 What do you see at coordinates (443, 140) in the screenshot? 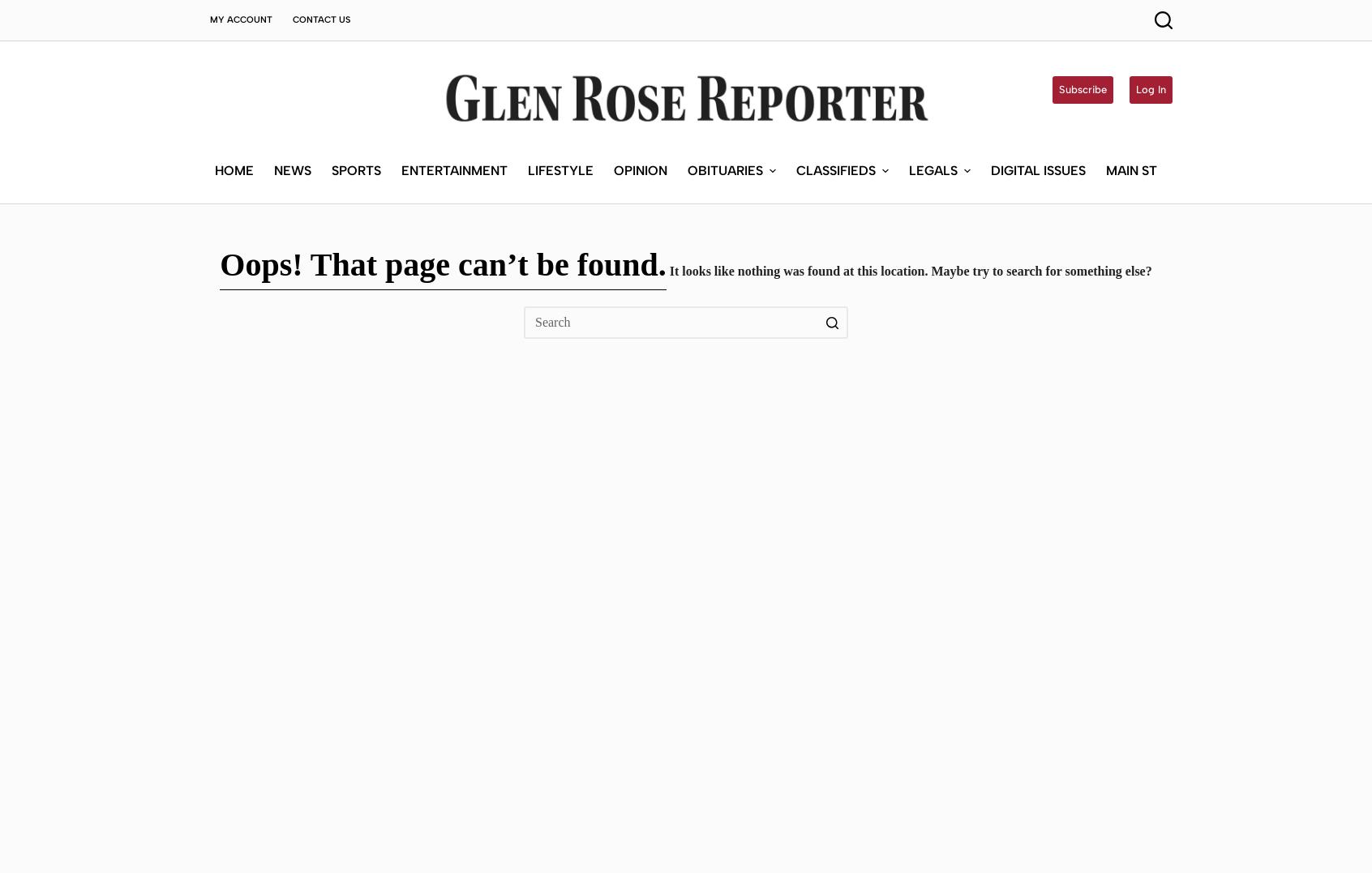
I see `'Oops! That page can’t be found.'` at bounding box center [443, 140].